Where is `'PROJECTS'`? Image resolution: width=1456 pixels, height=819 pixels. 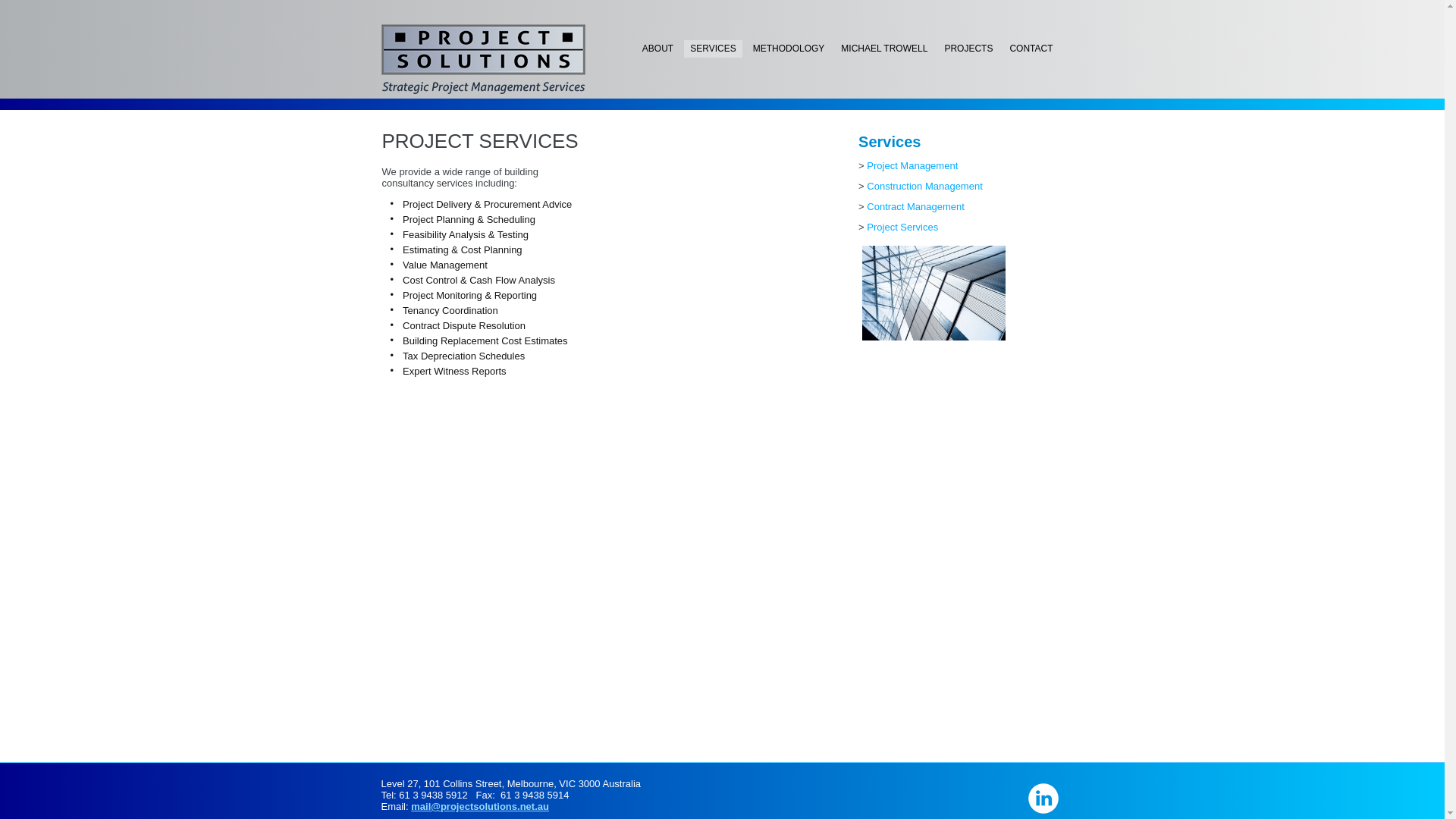 'PROJECTS' is located at coordinates (967, 48).